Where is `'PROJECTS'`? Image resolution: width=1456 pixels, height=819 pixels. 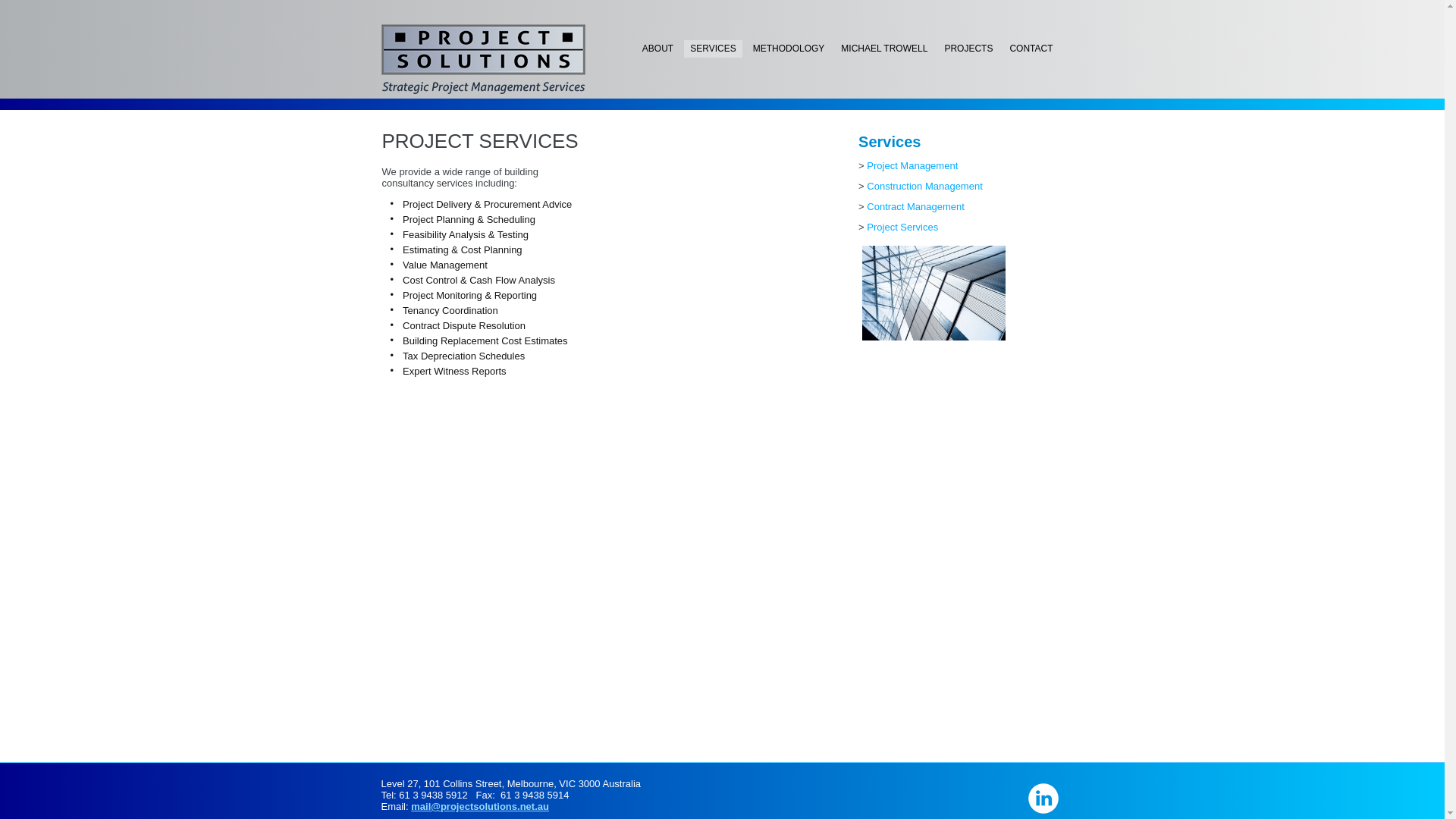 'PROJECTS' is located at coordinates (967, 48).